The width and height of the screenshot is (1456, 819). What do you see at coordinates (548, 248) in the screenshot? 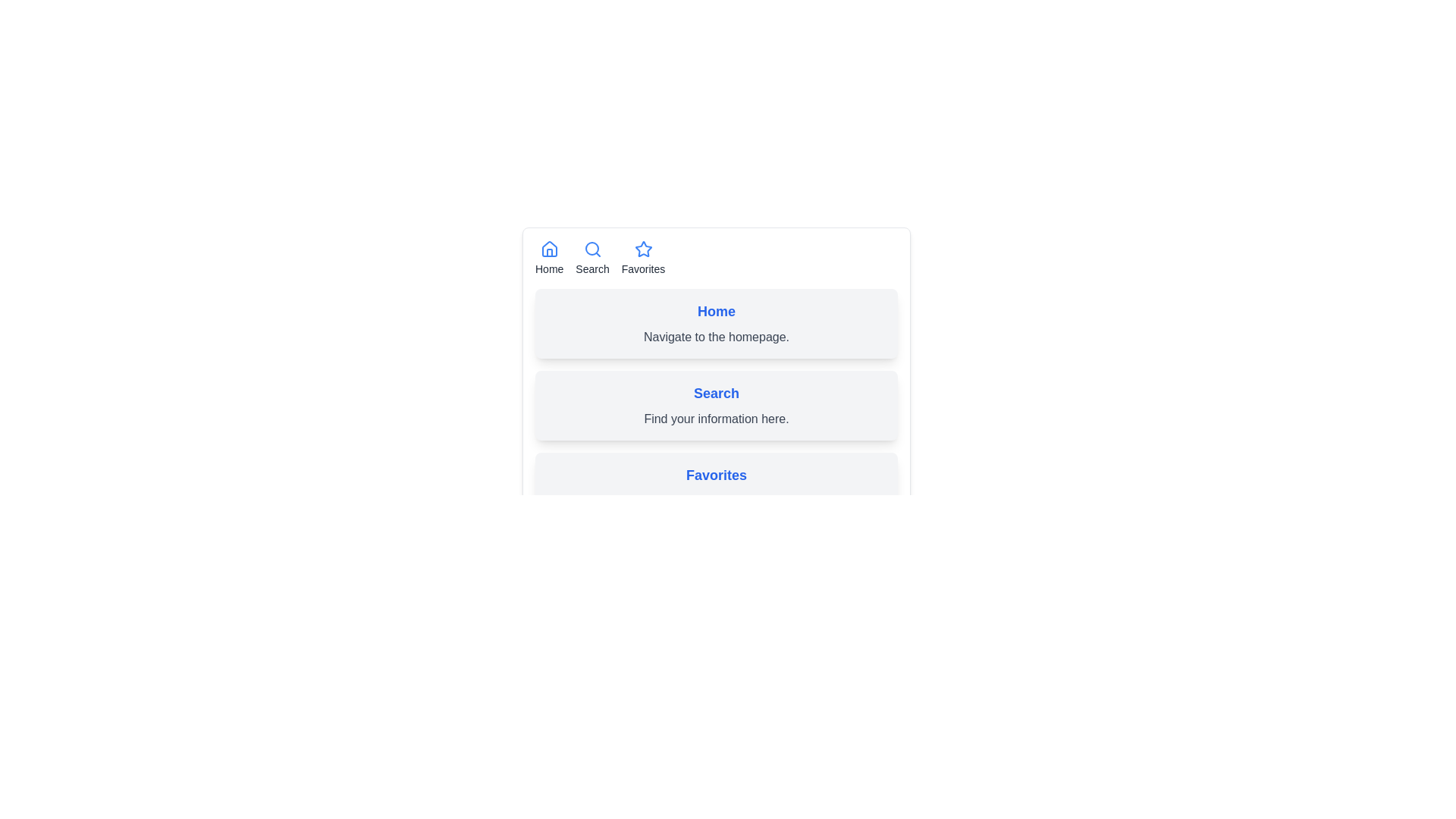
I see `the home navigation icon located in the top horizontal toolbar, which is the first item from the left and is associated with the 'Home' label below it` at bounding box center [548, 248].